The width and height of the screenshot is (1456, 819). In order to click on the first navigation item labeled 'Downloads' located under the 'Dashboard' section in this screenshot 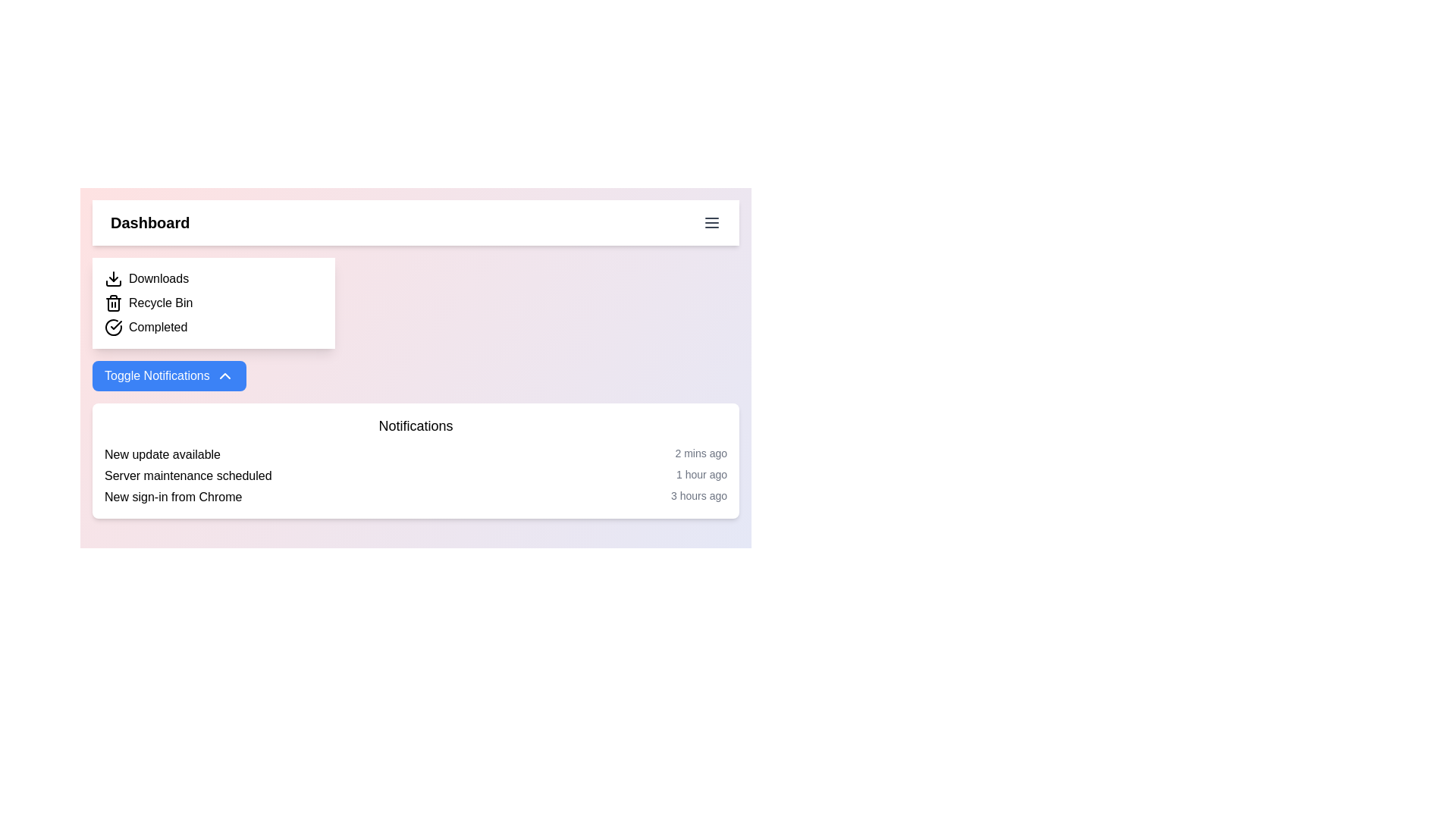, I will do `click(213, 278)`.